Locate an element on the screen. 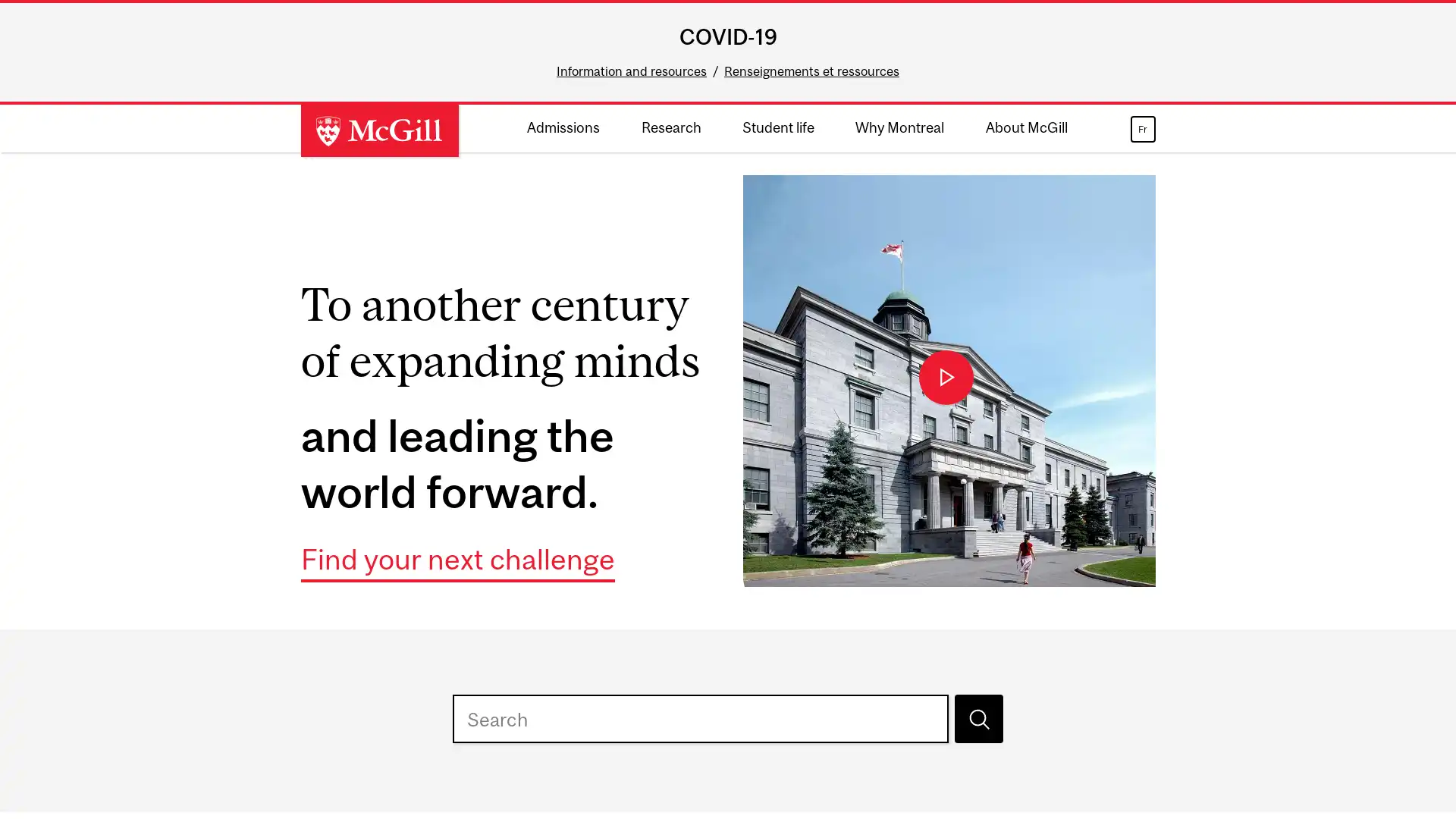  Why Montreal is located at coordinates (899, 127).